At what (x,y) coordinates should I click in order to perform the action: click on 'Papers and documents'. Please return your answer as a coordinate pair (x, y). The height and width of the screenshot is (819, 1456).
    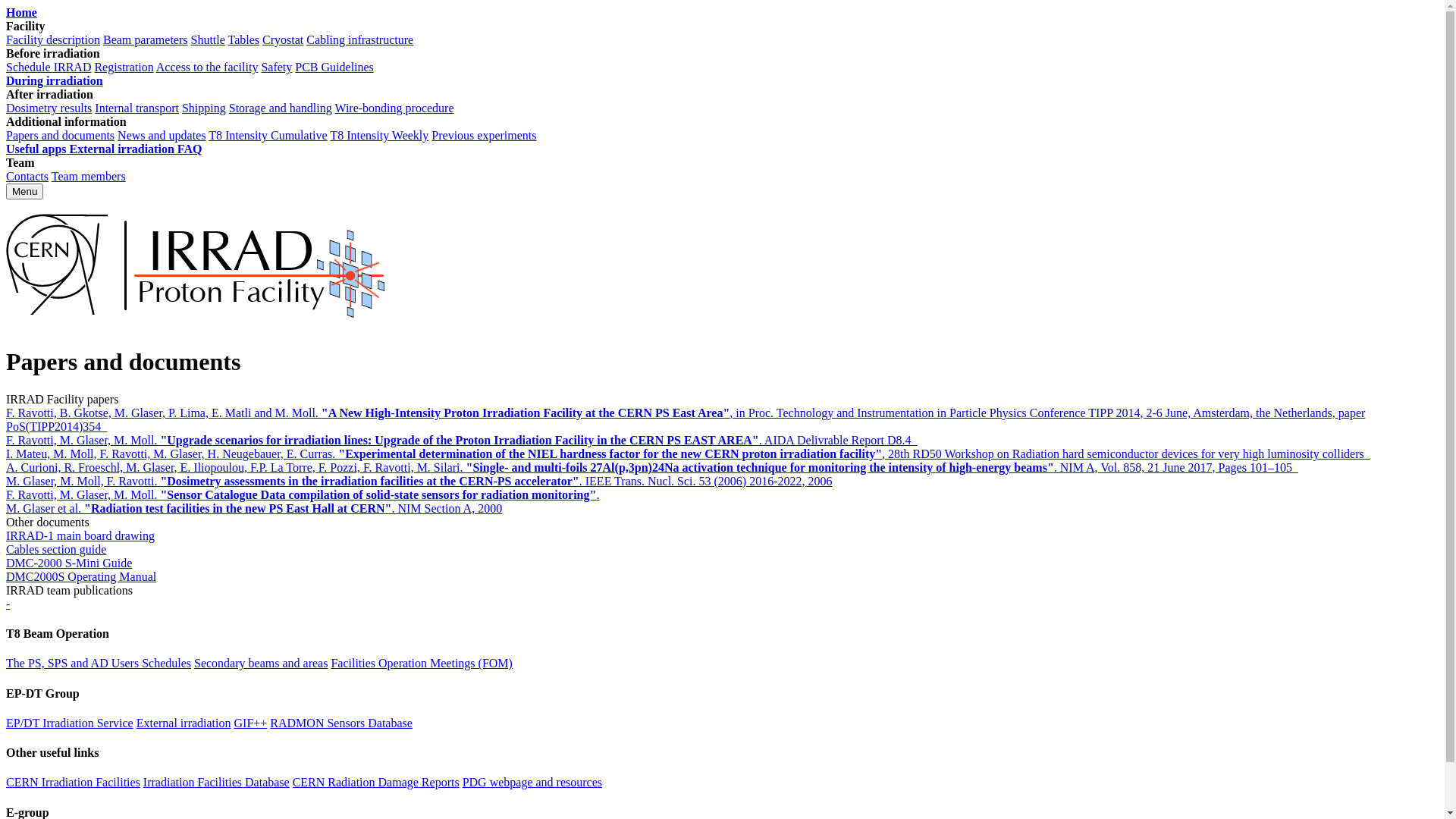
    Looking at the image, I should click on (60, 134).